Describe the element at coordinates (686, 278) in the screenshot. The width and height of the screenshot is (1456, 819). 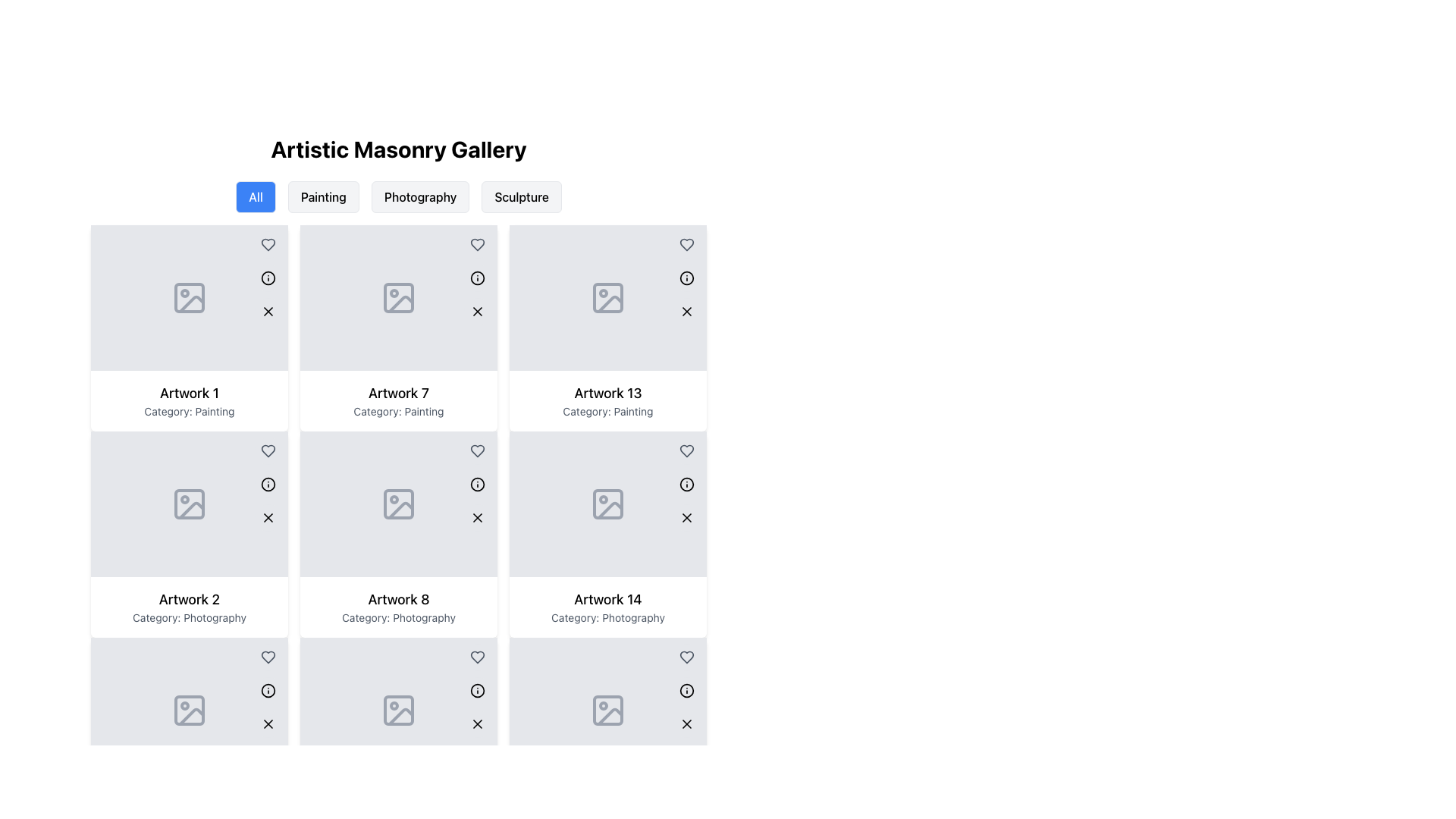
I see `the information icon button located as the second button from the top-right within the item labeled 'Artwork 13' in the third column of the grid layout` at that location.